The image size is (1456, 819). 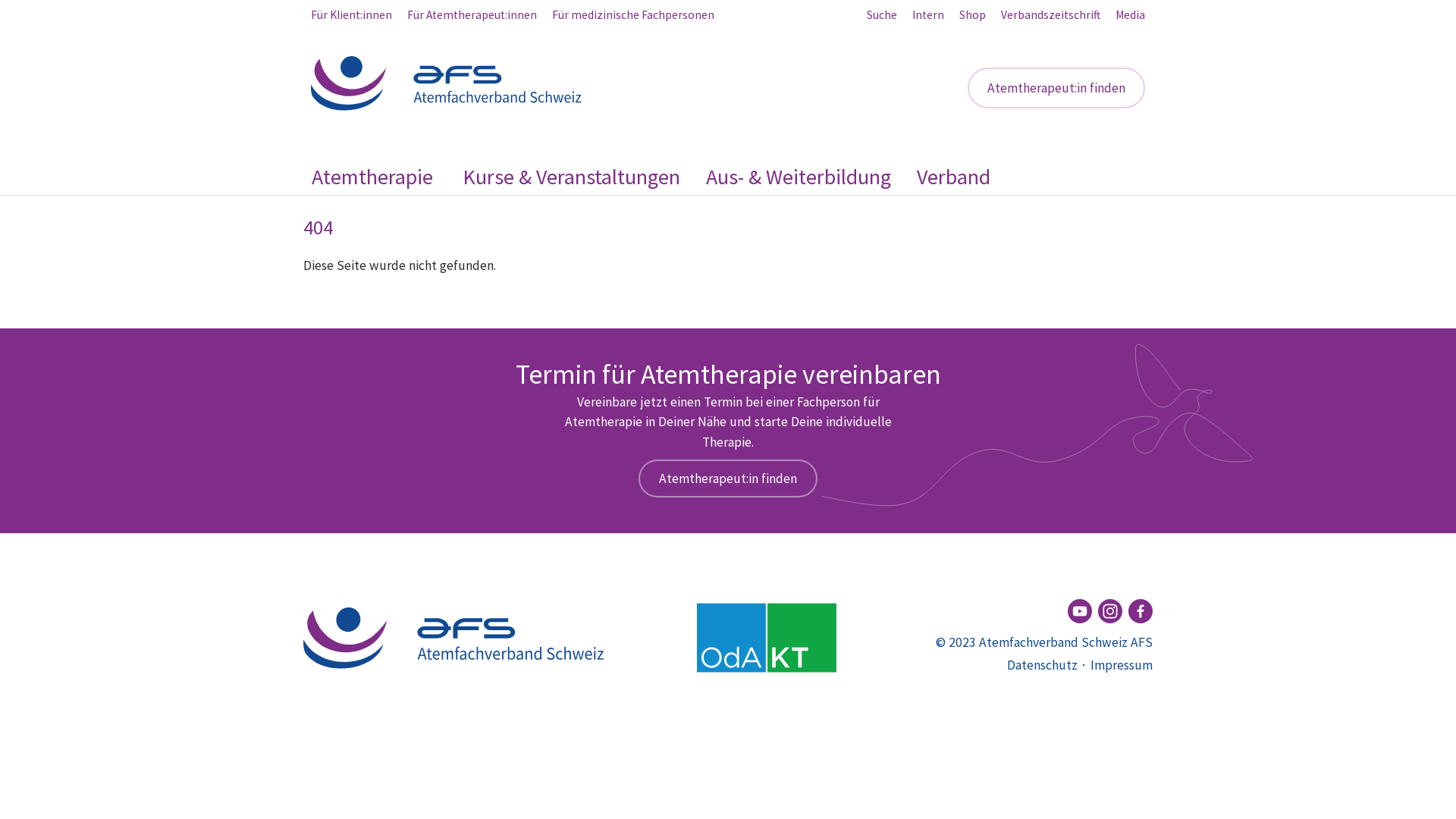 I want to click on 'Atemtherapeut:in finden', so click(x=728, y=479).